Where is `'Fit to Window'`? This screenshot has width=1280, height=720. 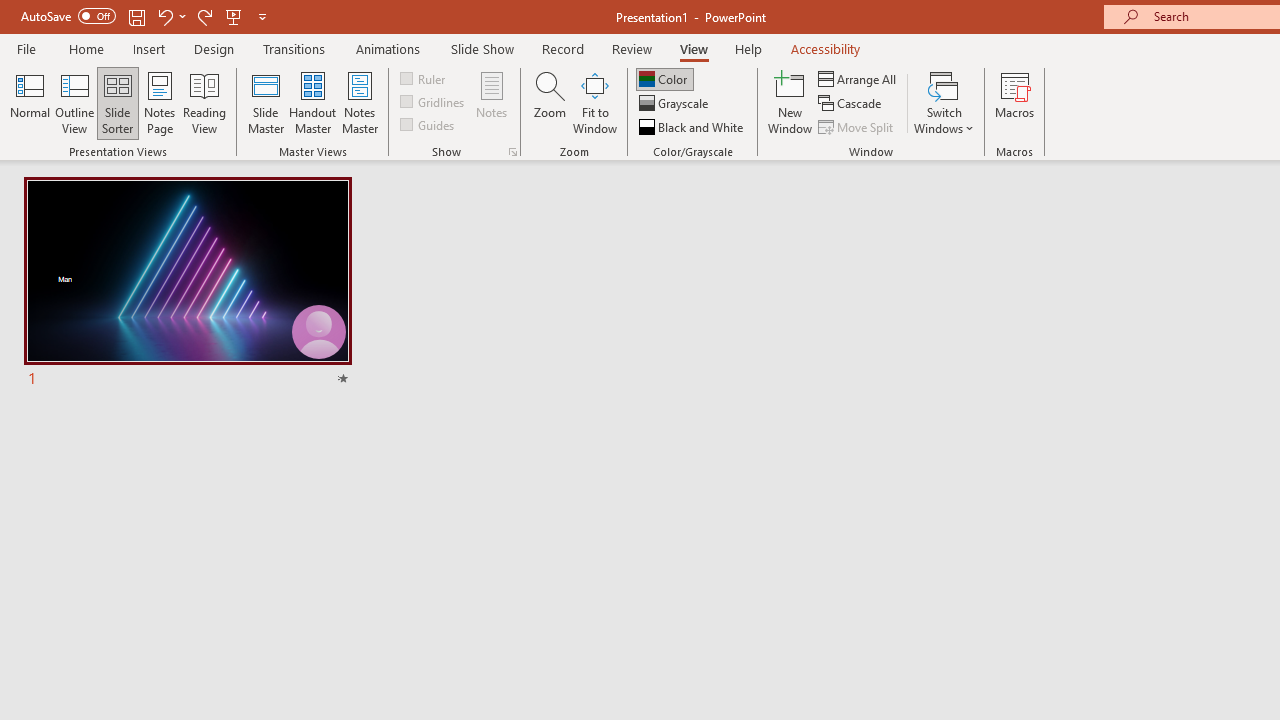
'Fit to Window' is located at coordinates (594, 103).